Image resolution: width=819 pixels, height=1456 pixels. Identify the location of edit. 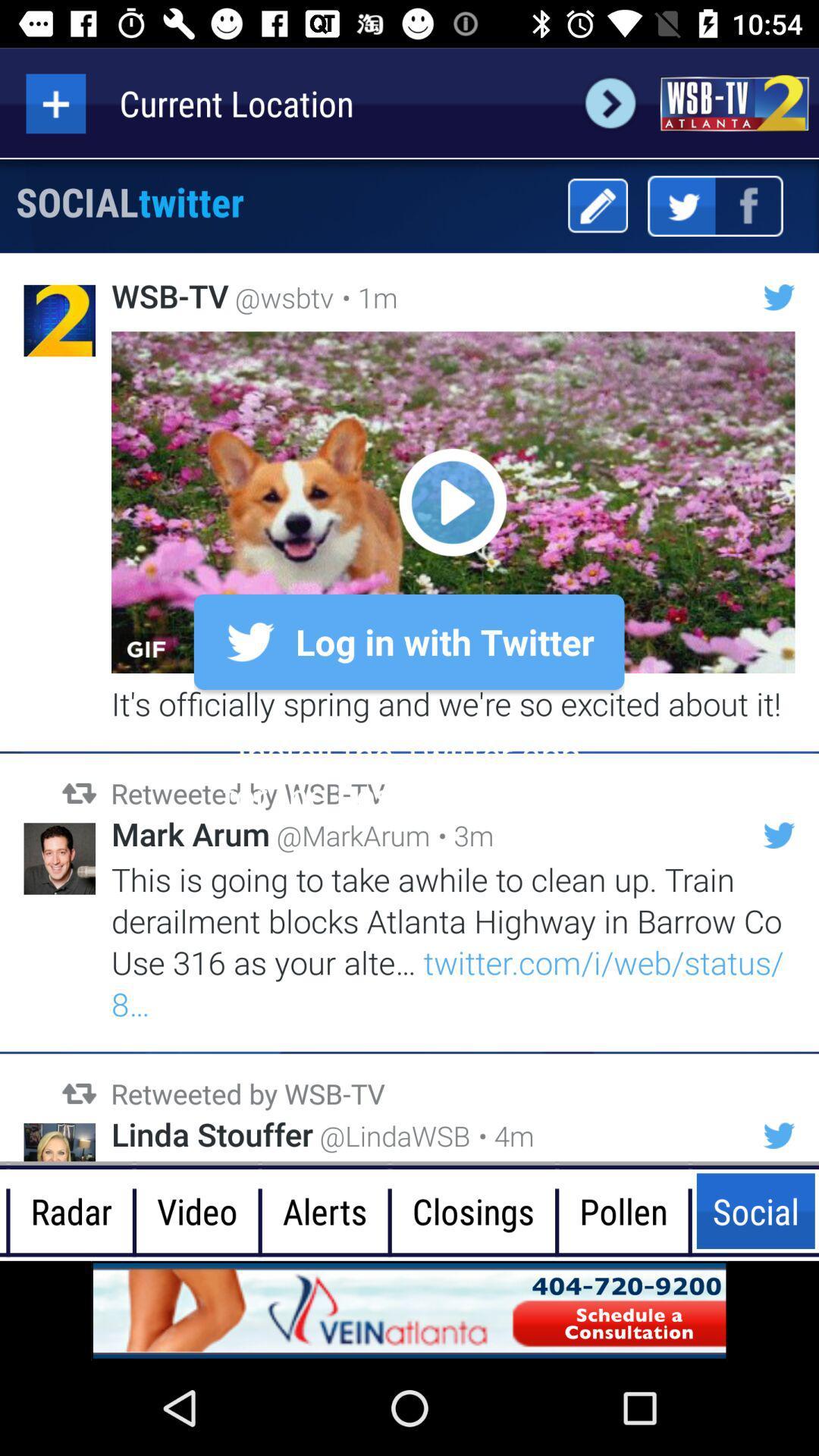
(597, 205).